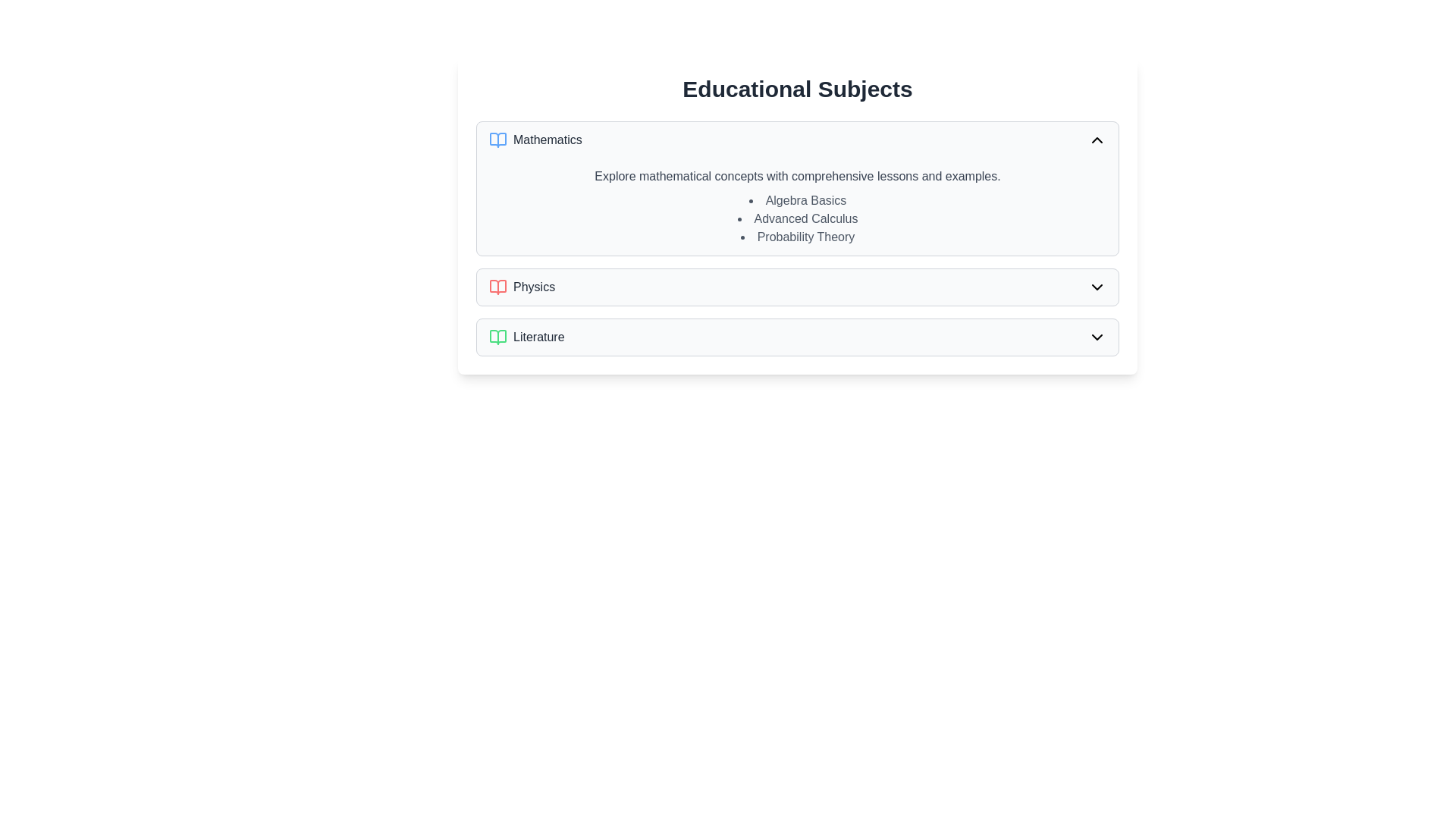 Image resolution: width=1456 pixels, height=819 pixels. Describe the element at coordinates (796, 237) in the screenshot. I see `the text item reading 'Probability Theory' styled in gray font, which is the third bullet point under the Mathematics section` at that location.